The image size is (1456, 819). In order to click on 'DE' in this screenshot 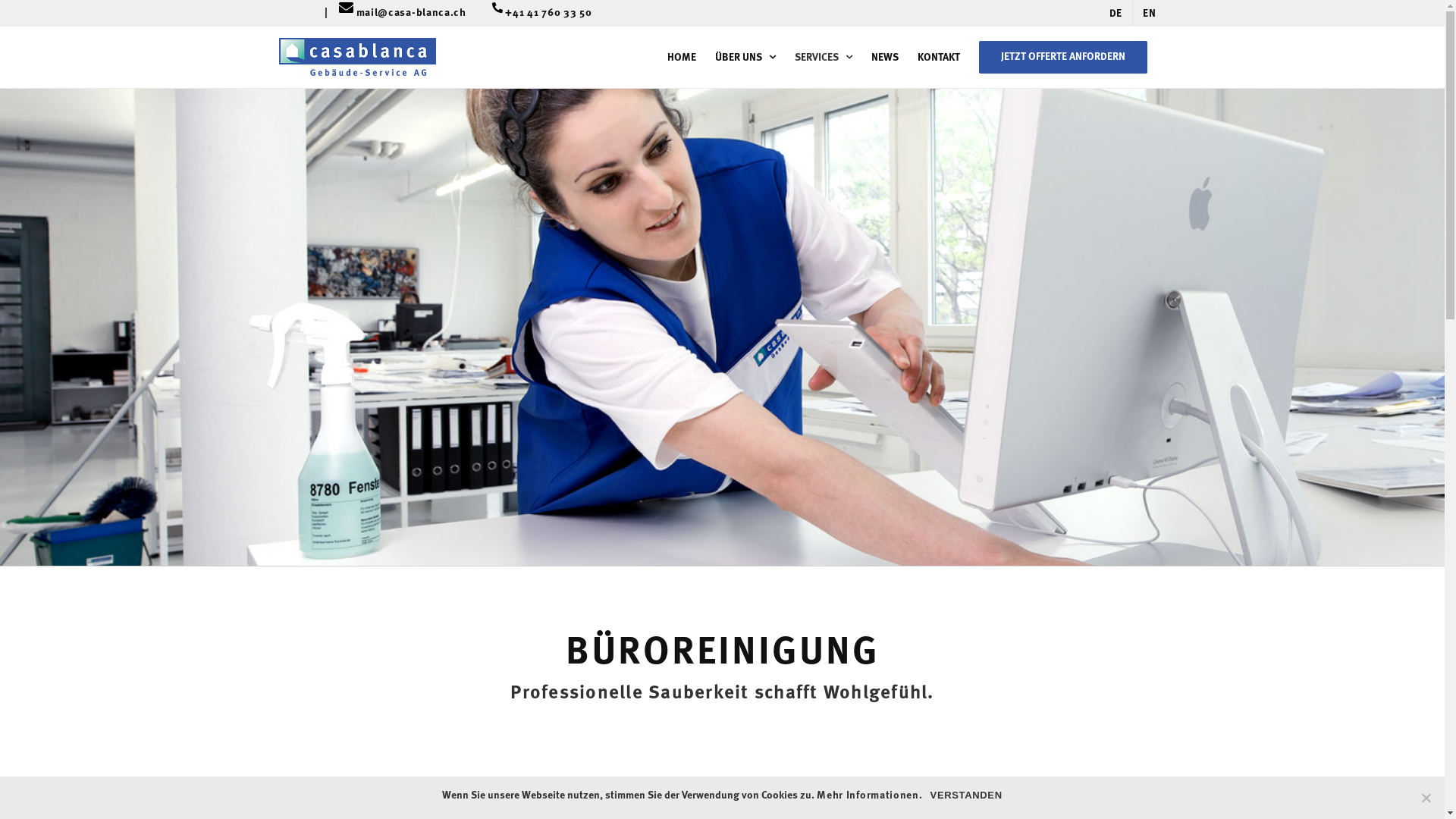, I will do `click(1116, 13)`.